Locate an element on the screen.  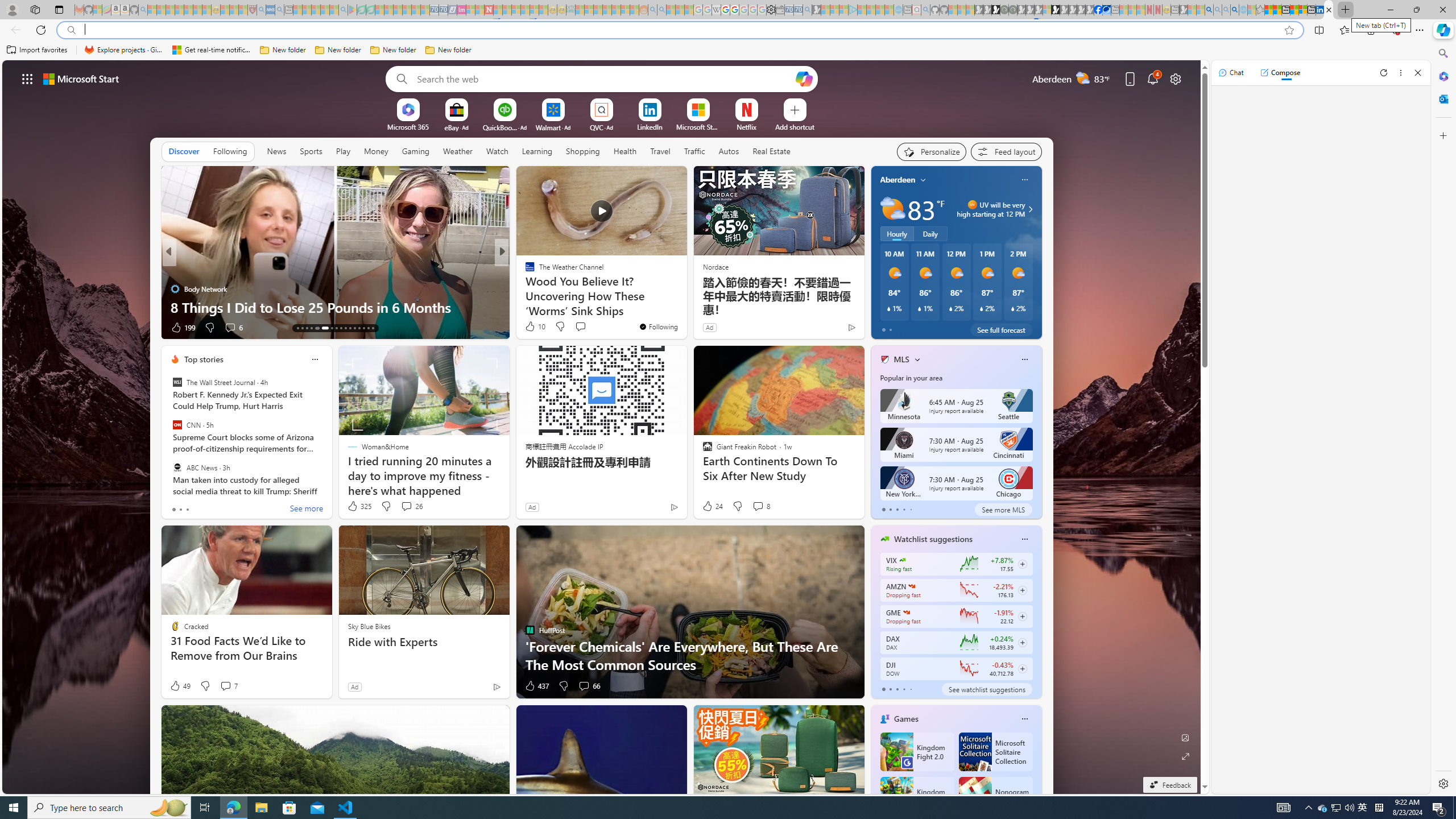
'Bluey: Let' is located at coordinates (352, 9).